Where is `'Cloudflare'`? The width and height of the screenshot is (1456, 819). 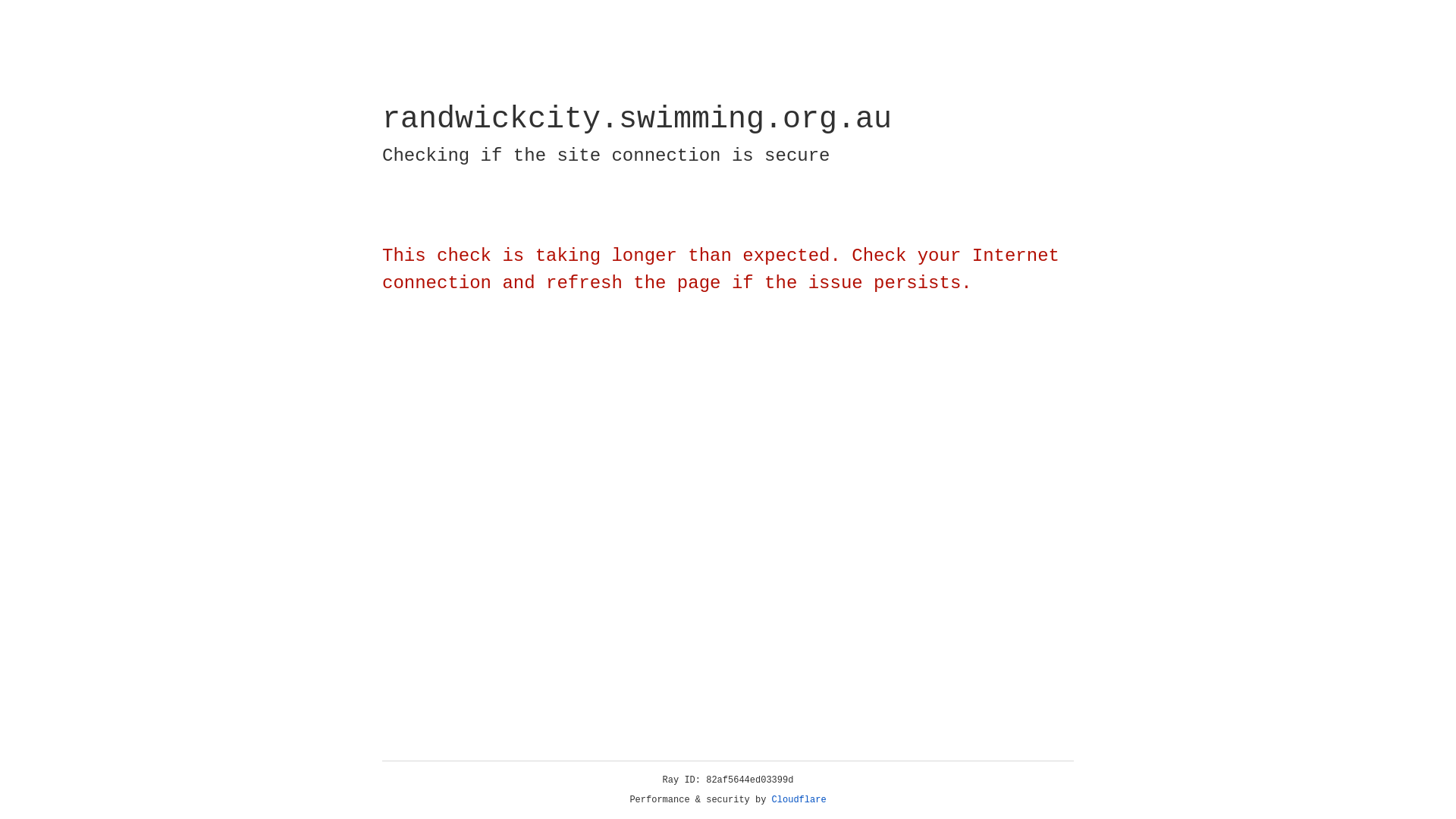
'Cloudflare' is located at coordinates (799, 799).